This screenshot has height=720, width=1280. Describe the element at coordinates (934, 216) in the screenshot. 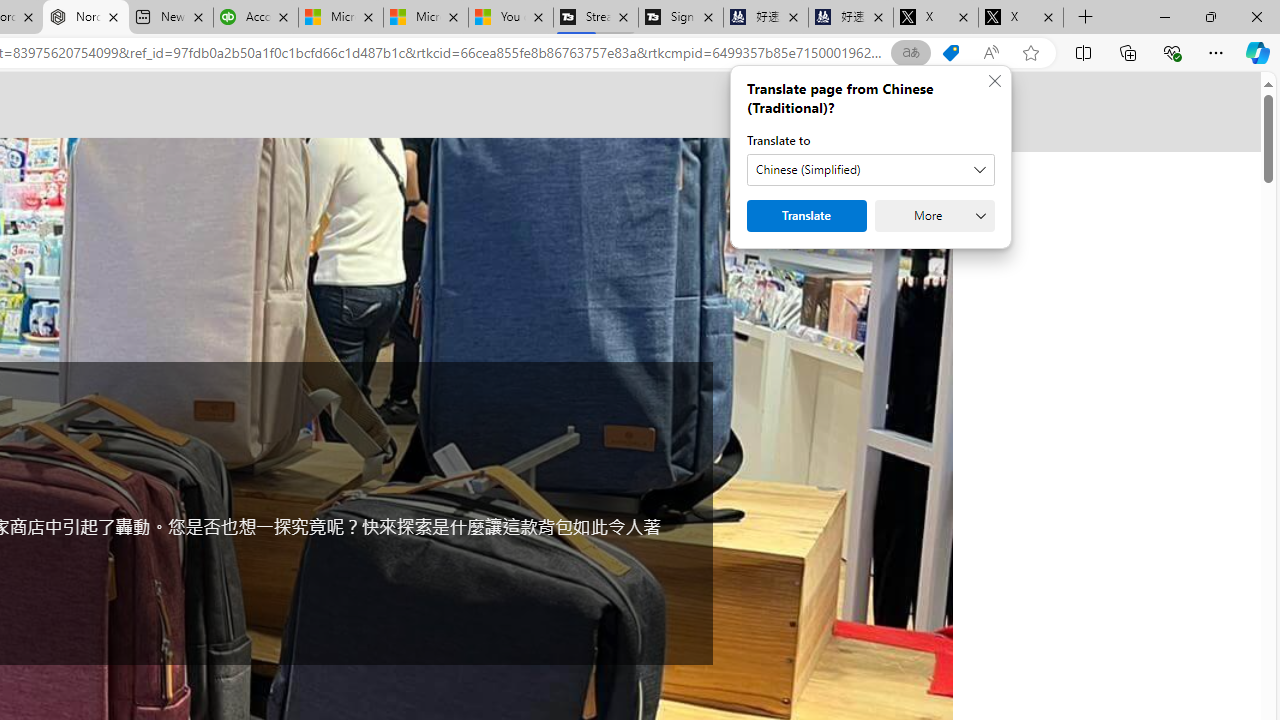

I see `'More'` at that location.